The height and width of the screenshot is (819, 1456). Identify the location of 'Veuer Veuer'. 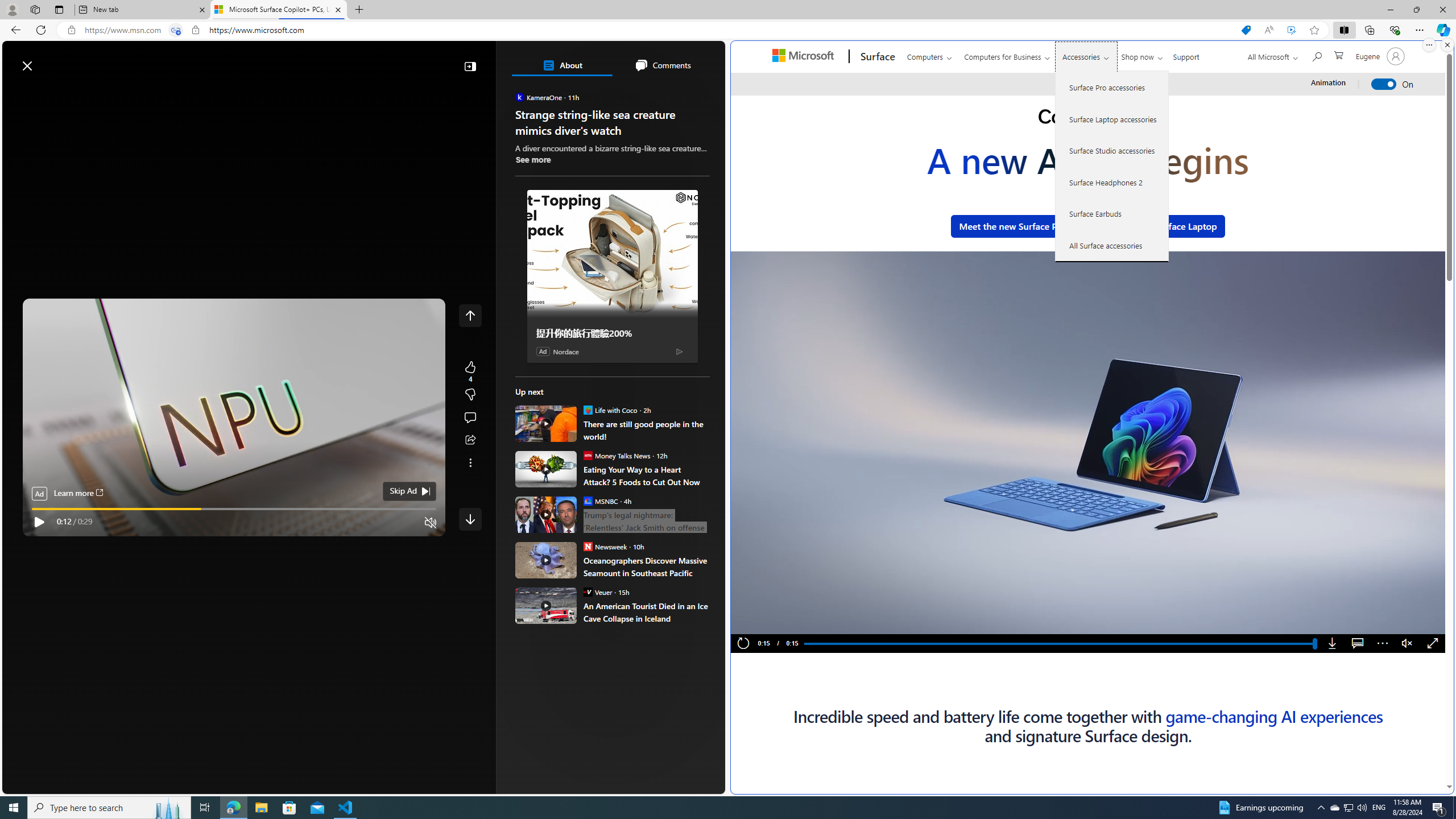
(597, 591).